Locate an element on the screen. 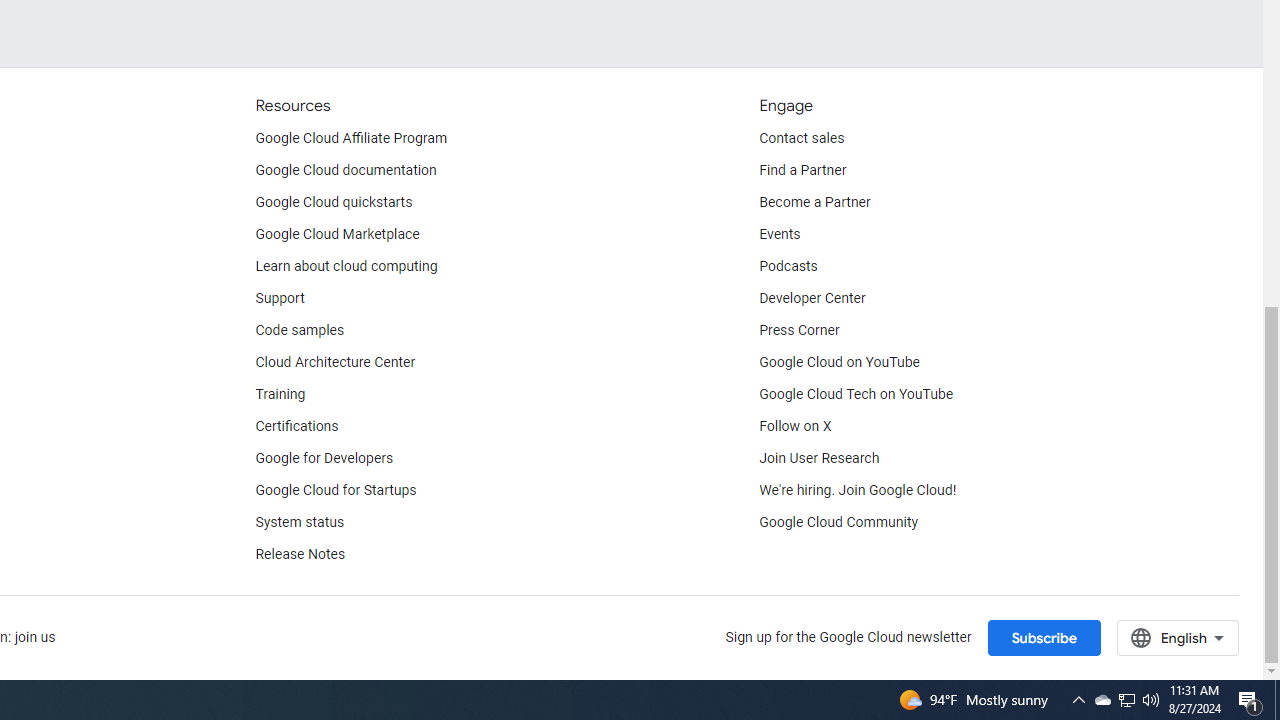 The width and height of the screenshot is (1280, 720). 'Google Cloud for Startups' is located at coordinates (336, 491).